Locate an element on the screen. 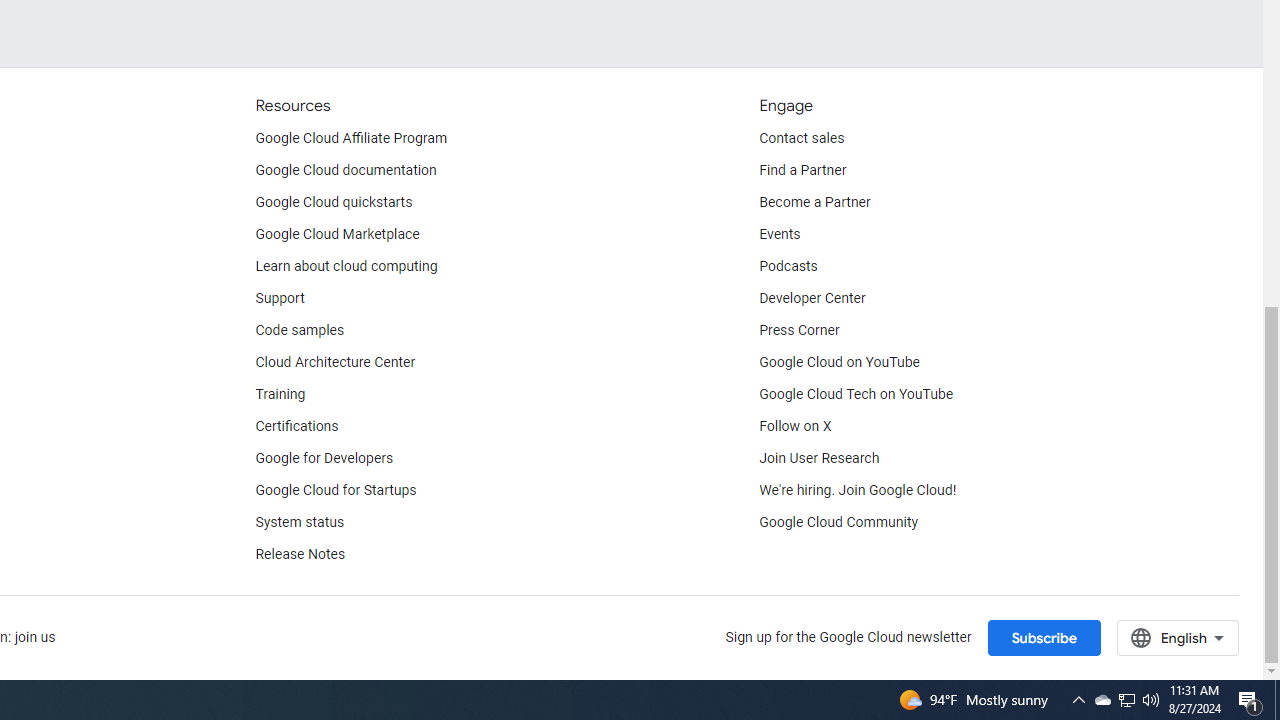 The width and height of the screenshot is (1280, 720). 'Google Cloud for Startups' is located at coordinates (336, 491).